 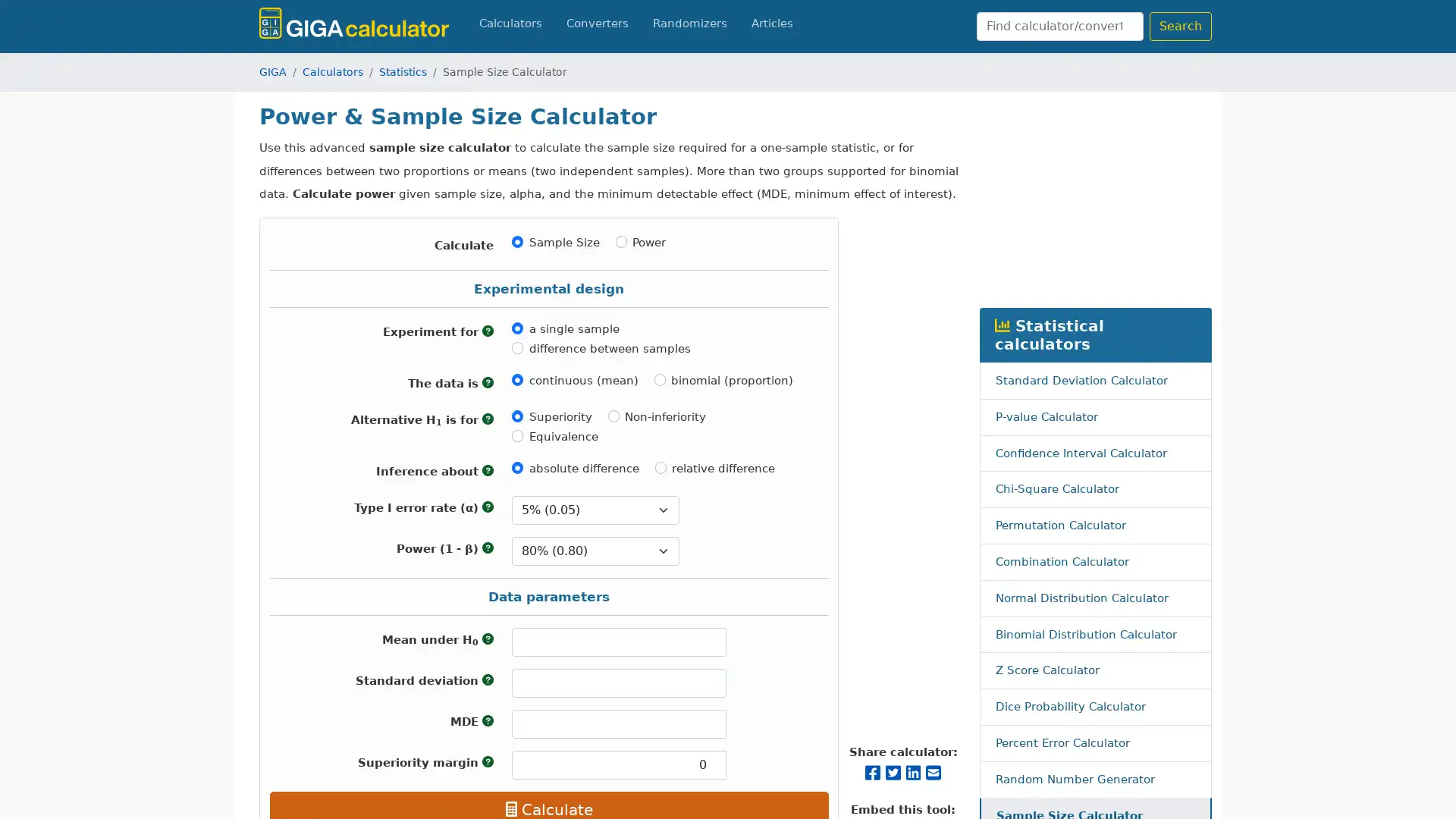 I want to click on Help: Standard deviation, so click(x=487, y=679).